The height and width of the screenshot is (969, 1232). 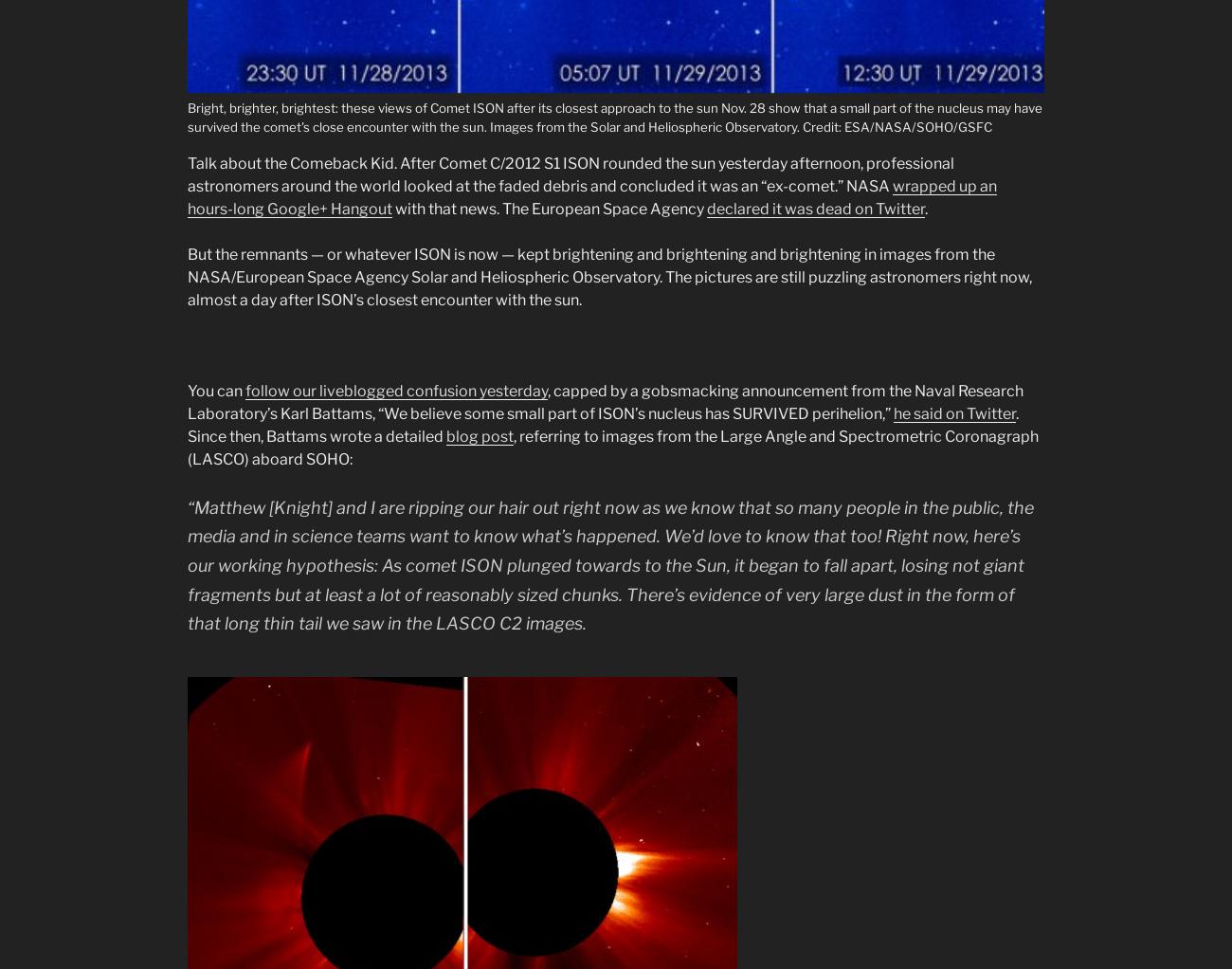 What do you see at coordinates (614, 117) in the screenshot?
I see `'Bright, brighter, brightest: these views of Comet ISON after its closest approach to the sun Nov. 28 show that a small part of the nucleus may have survived the comet's close encounter with the sun. Images from the Solar and Heliospheric Observatory. Credit: ESA/NASA/SOHO/GSFC'` at bounding box center [614, 117].